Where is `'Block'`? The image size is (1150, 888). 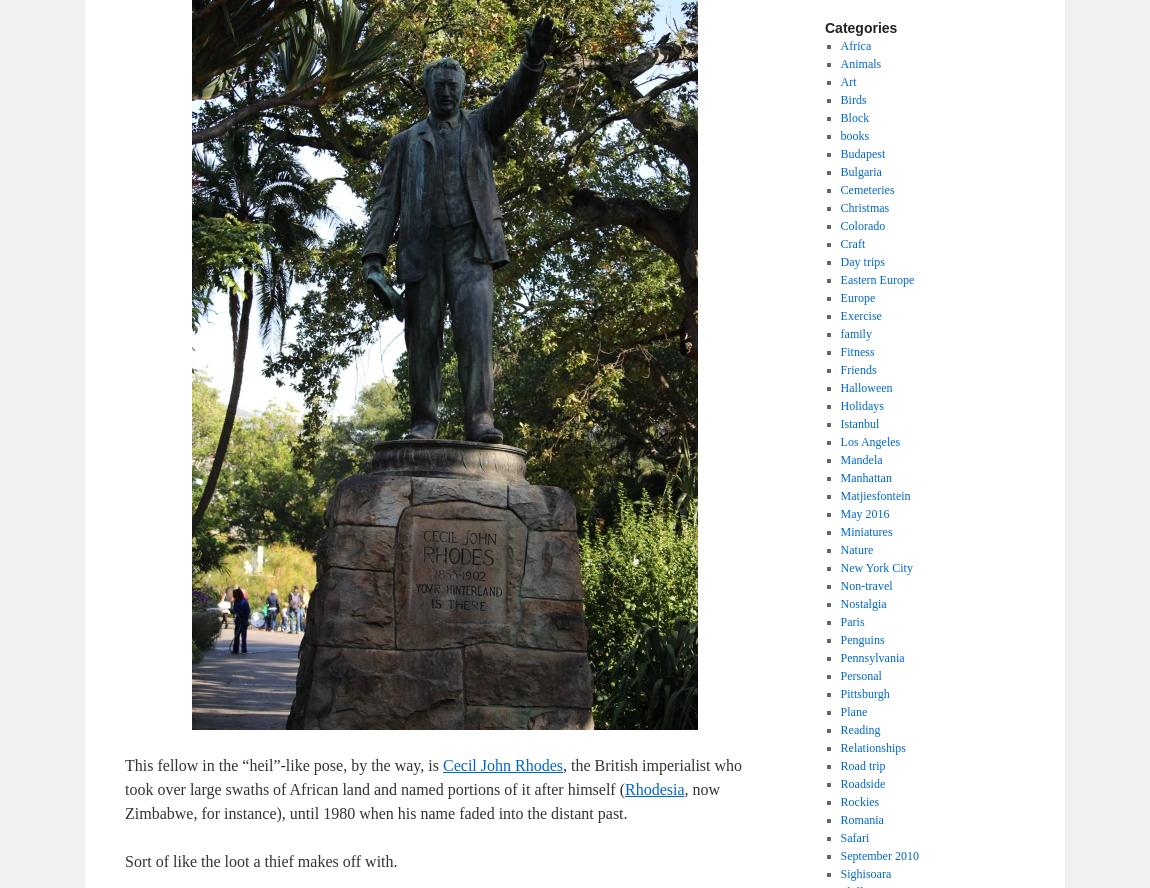
'Block' is located at coordinates (838, 118).